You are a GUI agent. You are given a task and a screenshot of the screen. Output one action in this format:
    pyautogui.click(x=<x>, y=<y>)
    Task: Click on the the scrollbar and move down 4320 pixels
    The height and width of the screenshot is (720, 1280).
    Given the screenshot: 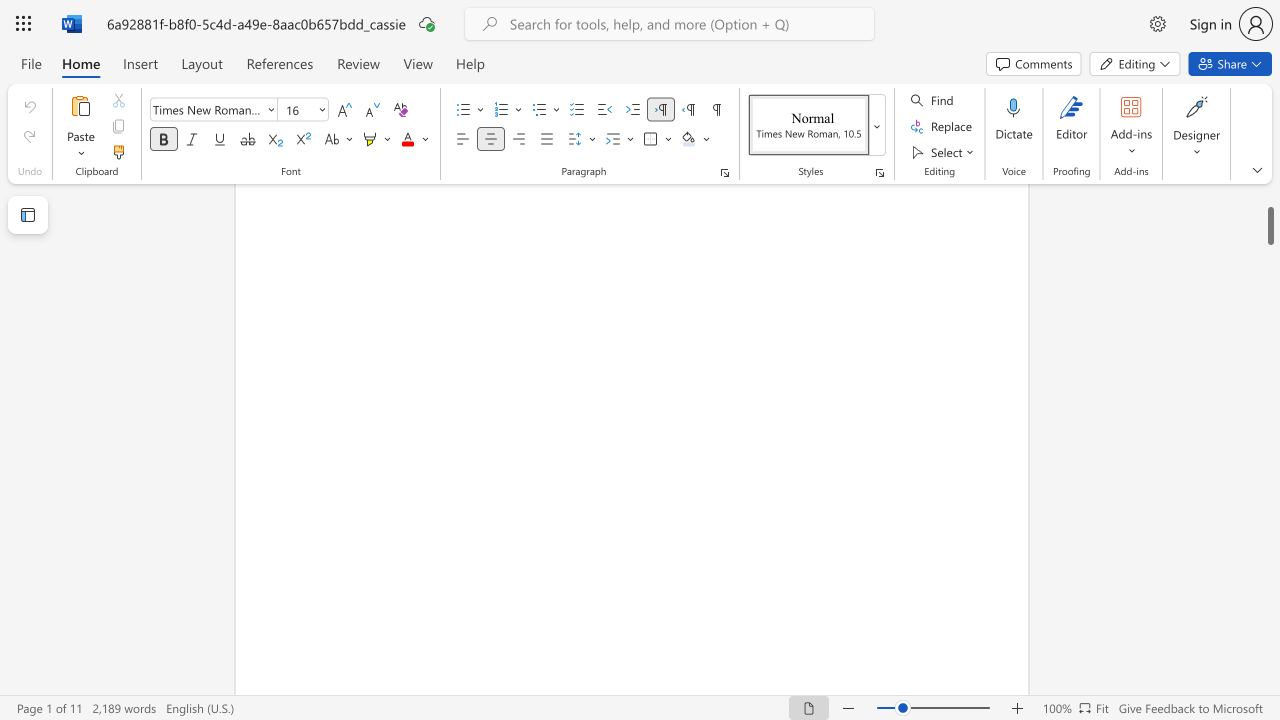 What is the action you would take?
    pyautogui.click(x=1269, y=214)
    